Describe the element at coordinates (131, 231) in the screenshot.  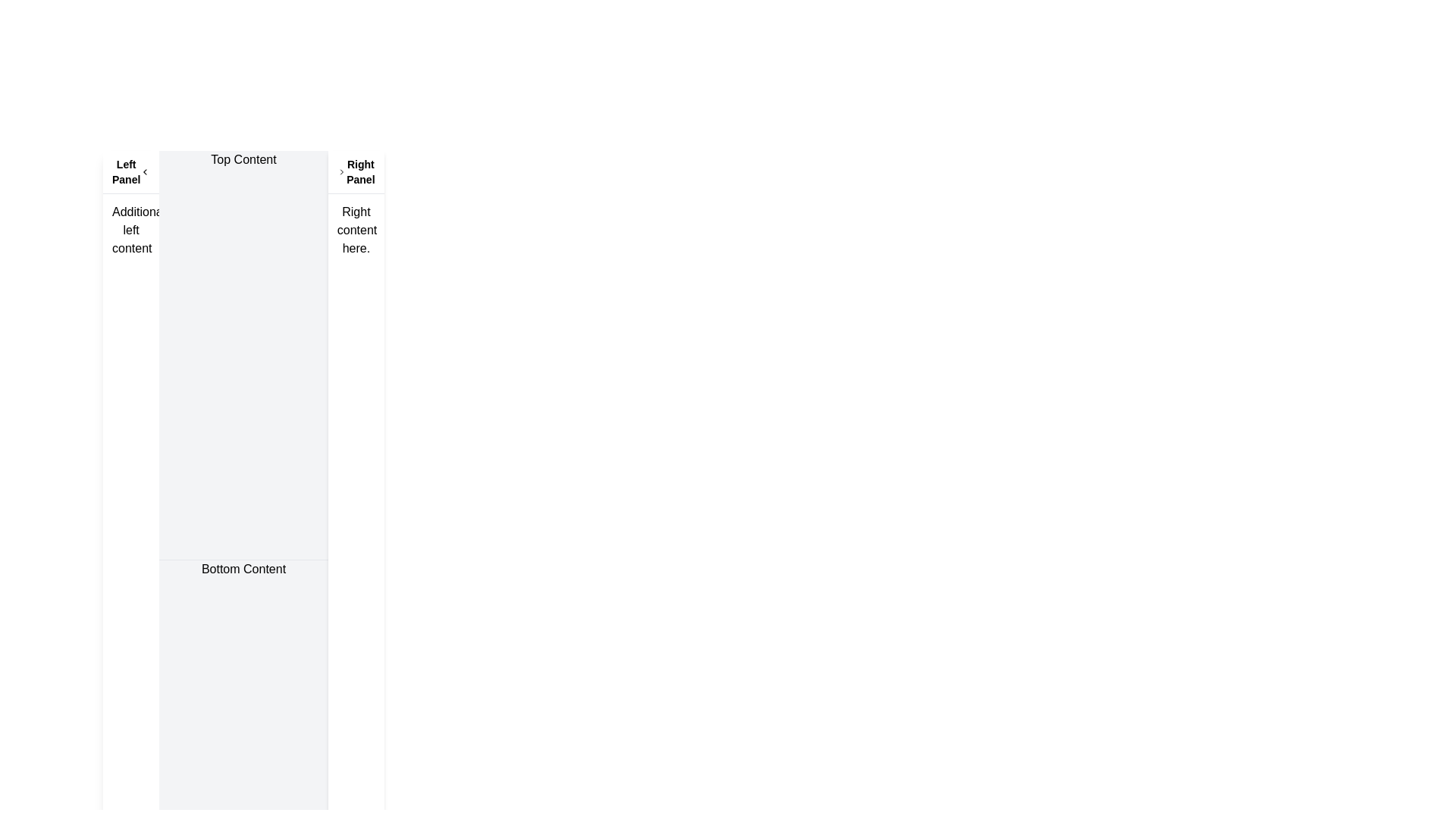
I see `the non-interactive text block positioned in the left panel, which provides additional information beneath the header 'Left Panel'` at that location.